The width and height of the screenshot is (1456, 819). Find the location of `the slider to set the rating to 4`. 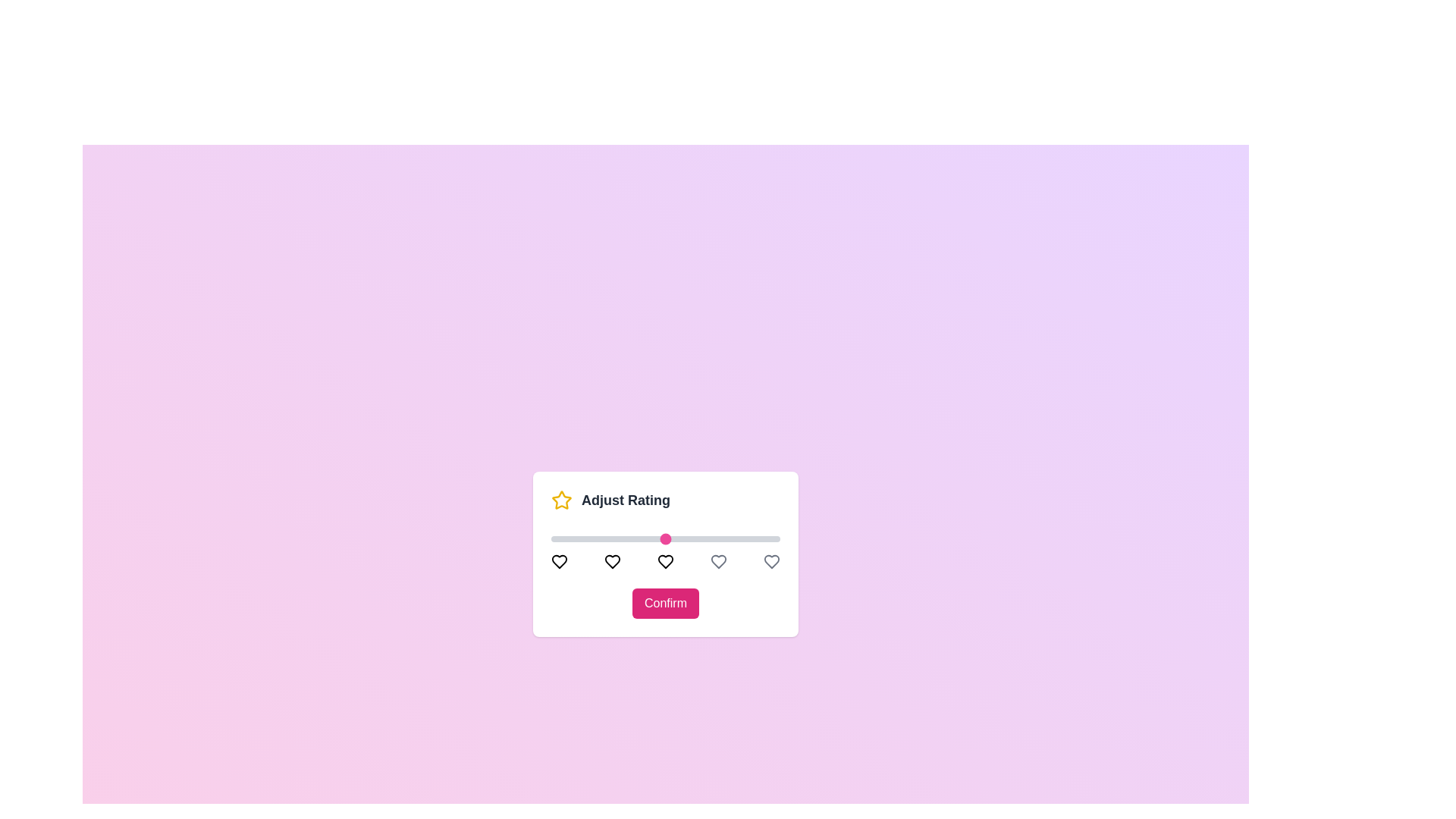

the slider to set the rating to 4 is located at coordinates (722, 538).